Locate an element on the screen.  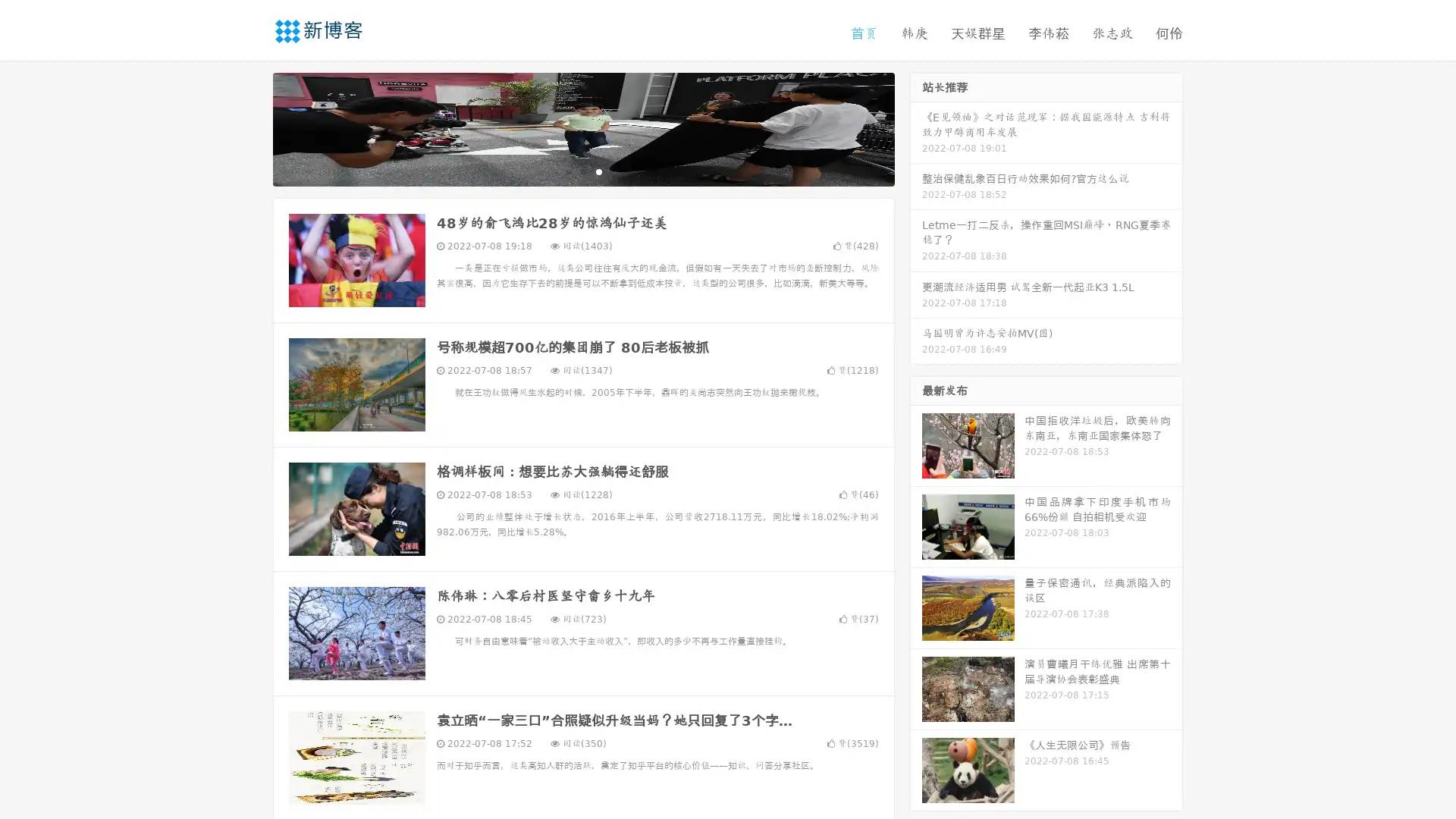
Previous slide is located at coordinates (250, 127).